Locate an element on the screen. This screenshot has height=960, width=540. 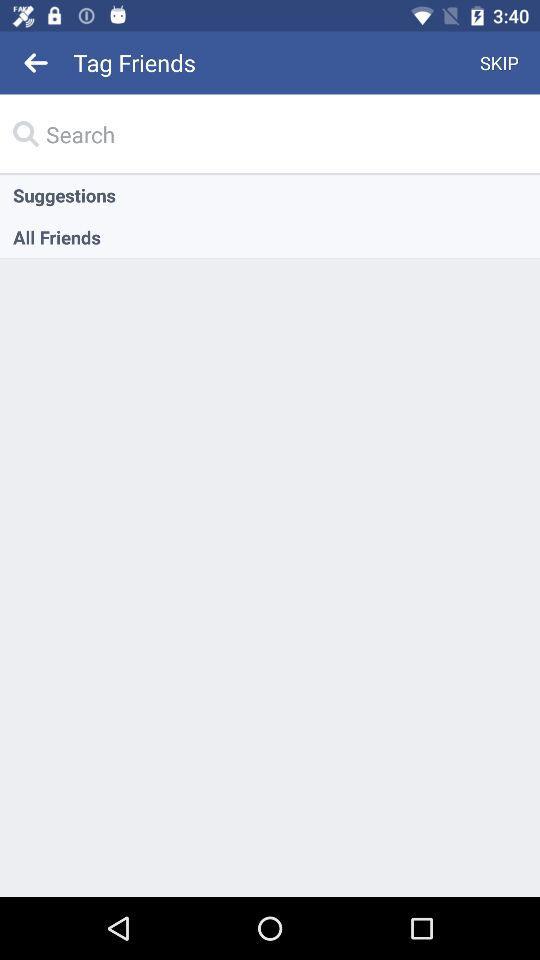
icon to the right of tag friends item is located at coordinates (498, 62).